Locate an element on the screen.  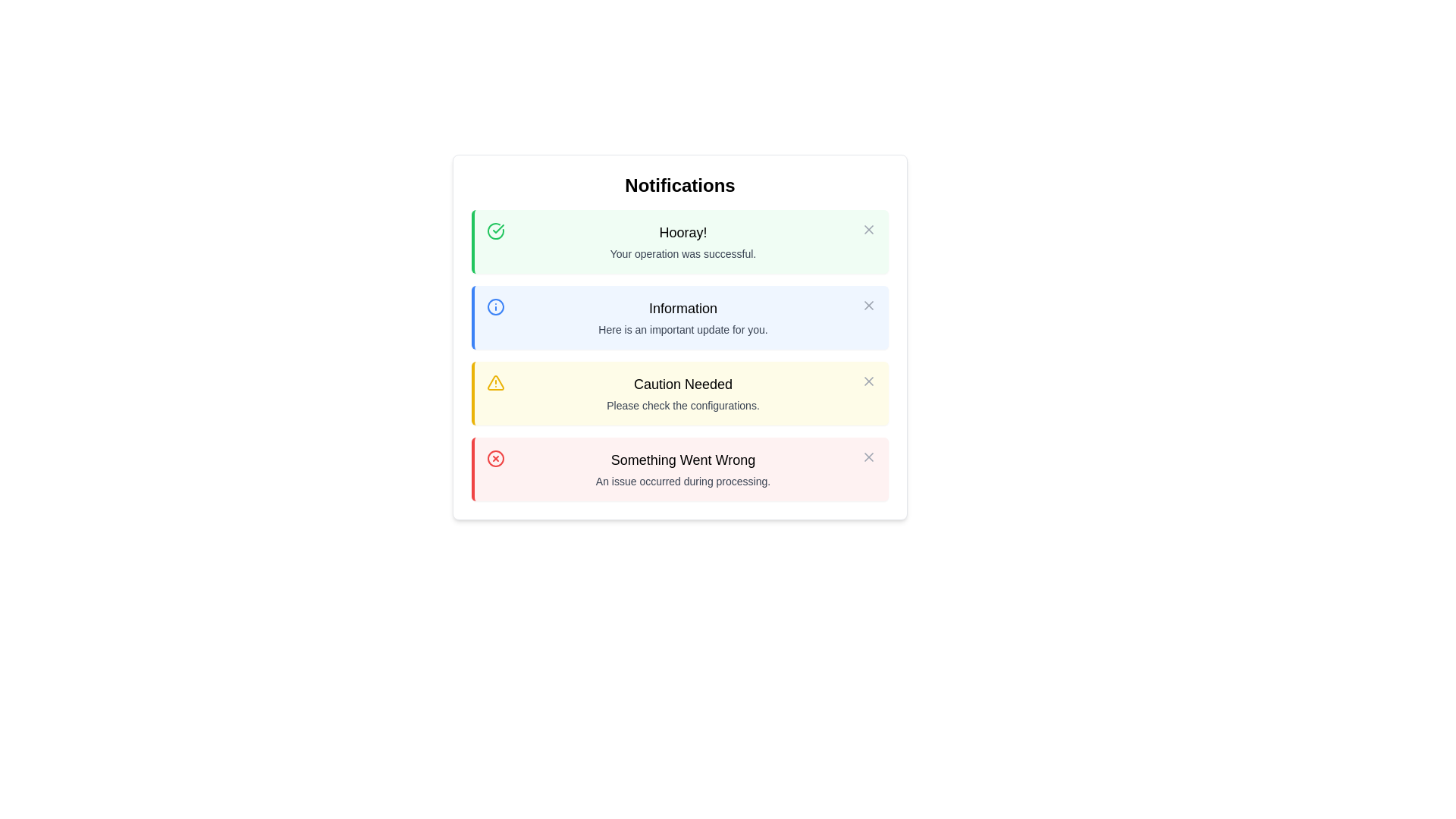
the alert icon indicating an important warning or cautionary message, which is located in the leftmost part of the 'Caution Needed' notification, the third in a vertical list of four notifications is located at coordinates (495, 382).